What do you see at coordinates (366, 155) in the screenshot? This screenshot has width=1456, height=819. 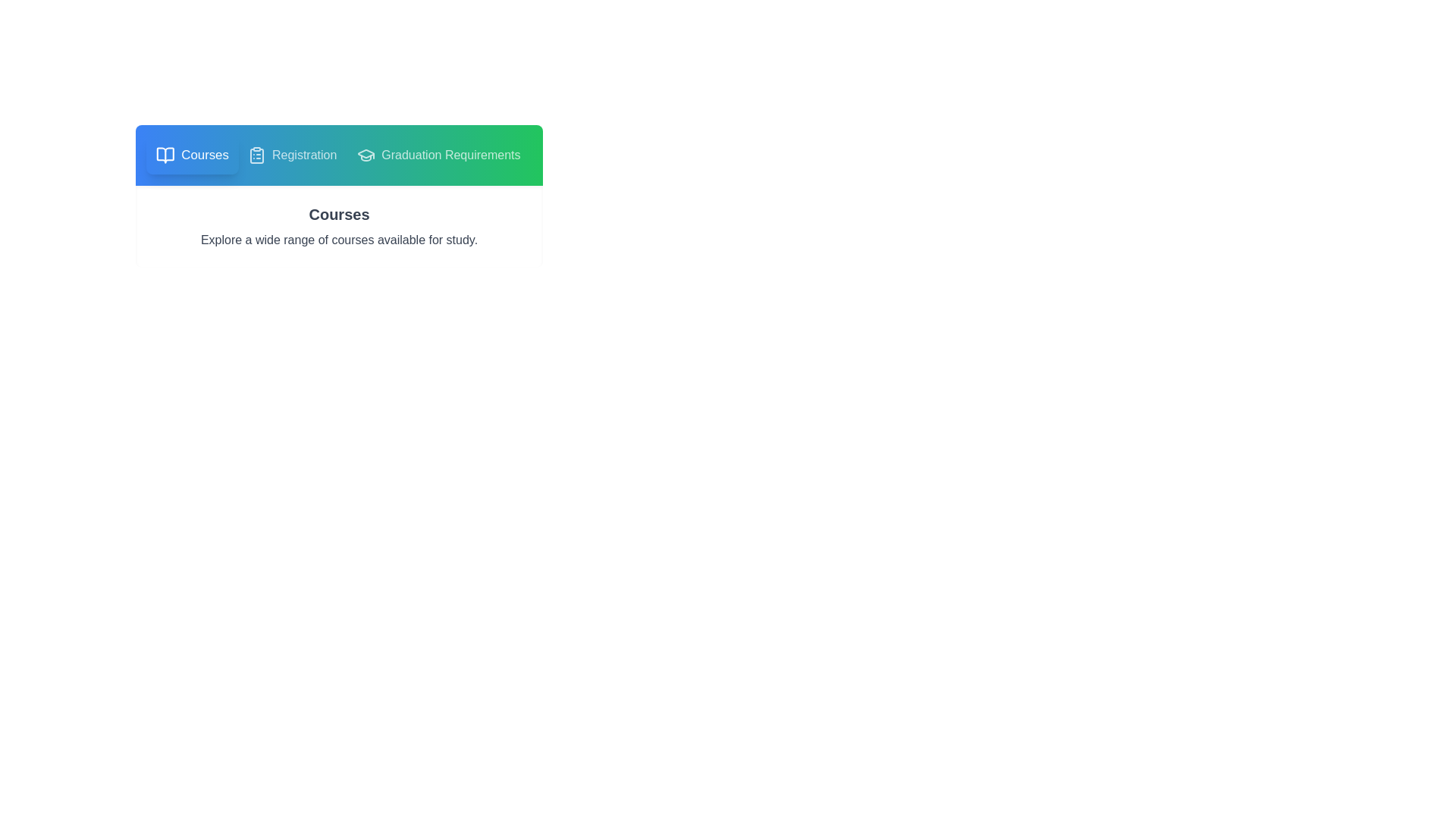 I see `the icon of the Graduation Requirements tab` at bounding box center [366, 155].